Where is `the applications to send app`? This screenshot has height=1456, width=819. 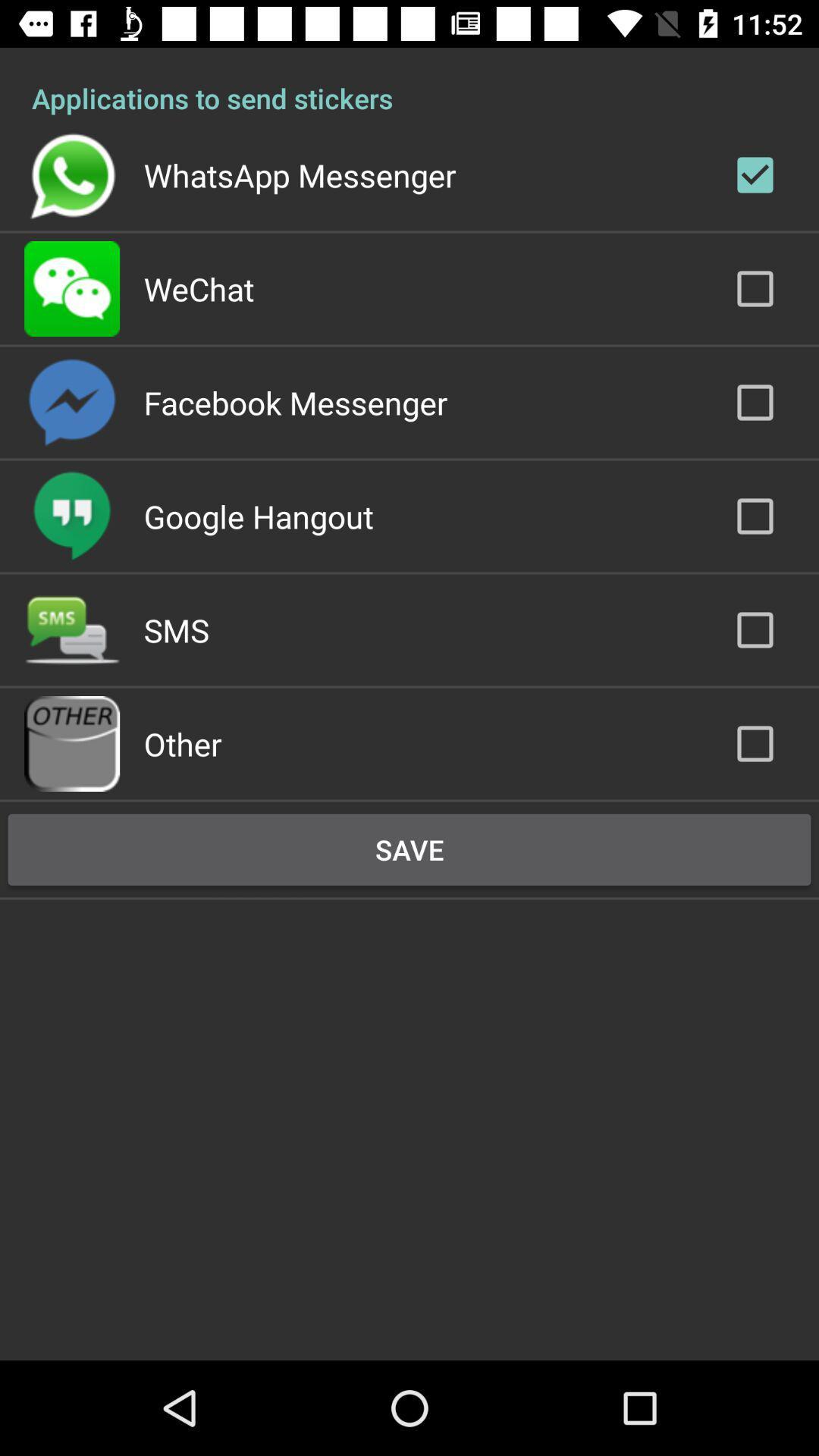 the applications to send app is located at coordinates (409, 81).